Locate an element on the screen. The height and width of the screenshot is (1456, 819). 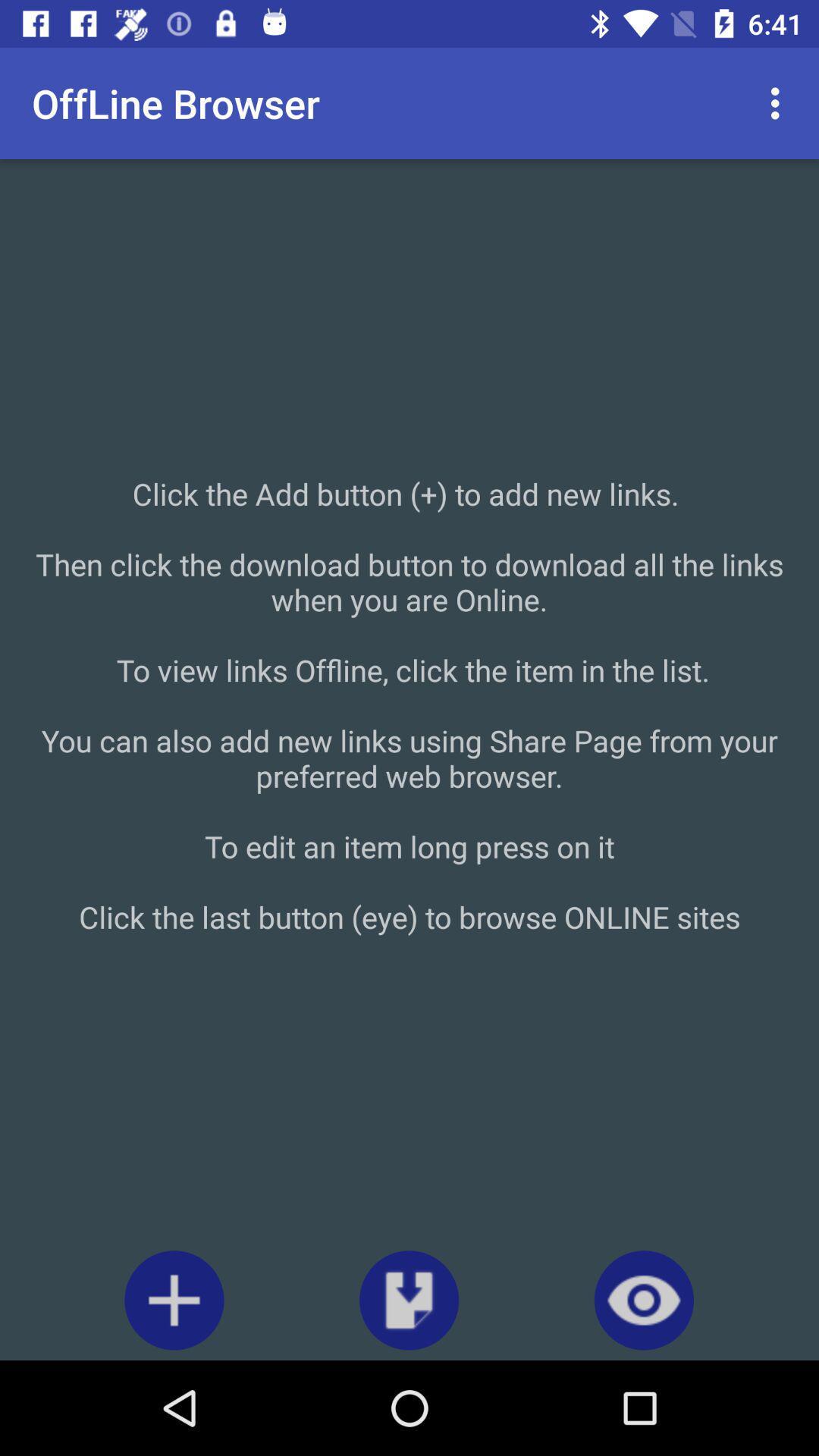
the file_download icon is located at coordinates (408, 1299).